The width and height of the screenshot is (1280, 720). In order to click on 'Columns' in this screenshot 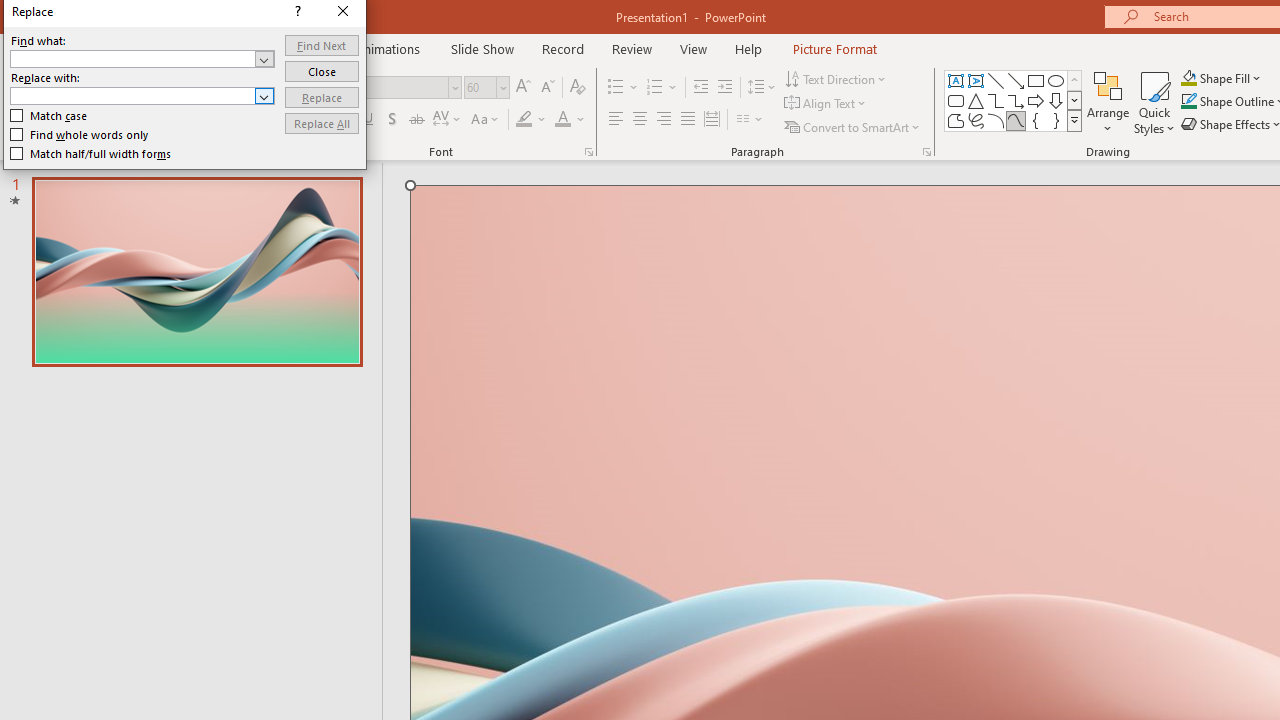, I will do `click(749, 119)`.